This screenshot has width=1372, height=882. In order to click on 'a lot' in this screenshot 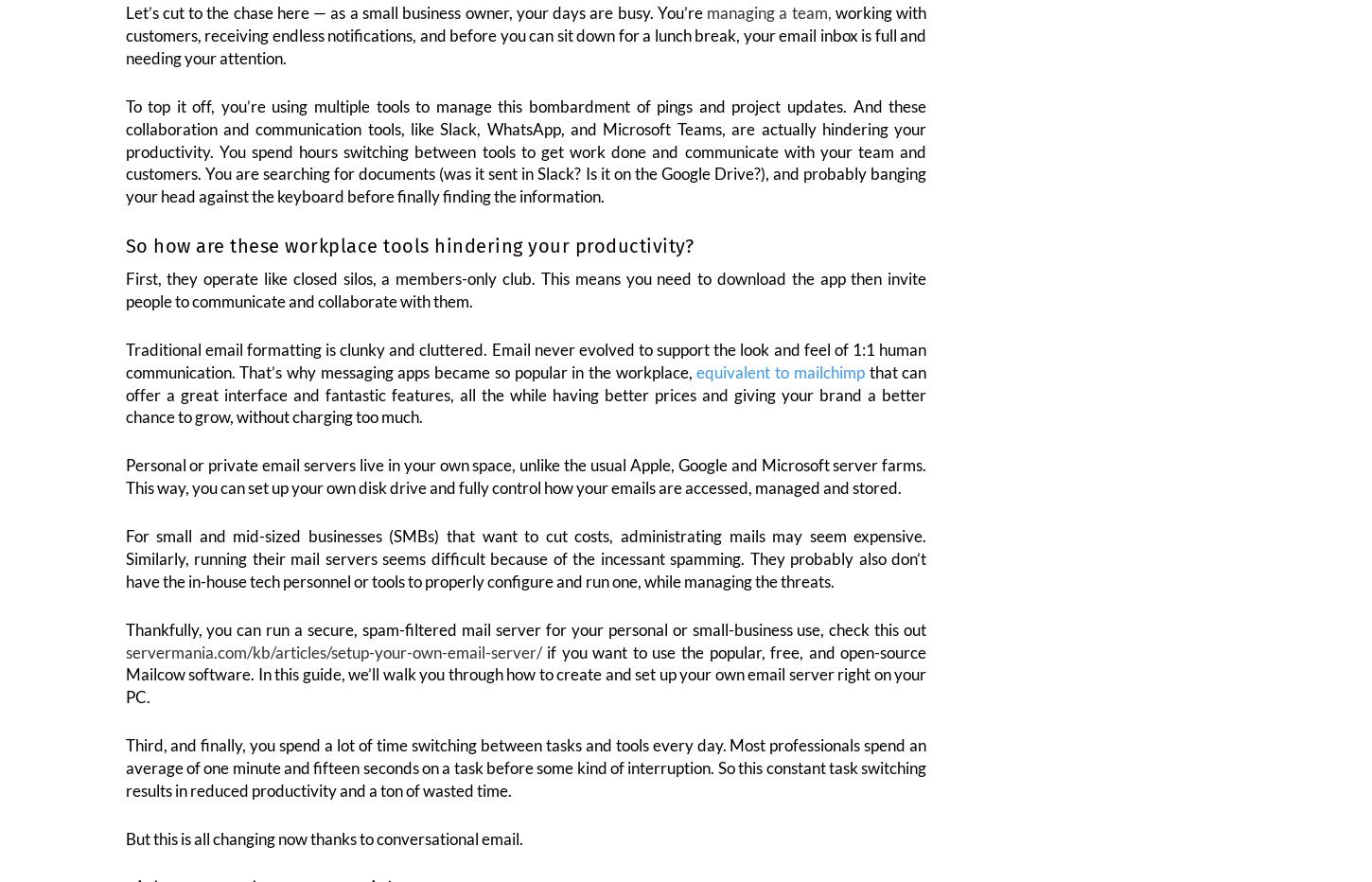, I will do `click(342, 757)`.